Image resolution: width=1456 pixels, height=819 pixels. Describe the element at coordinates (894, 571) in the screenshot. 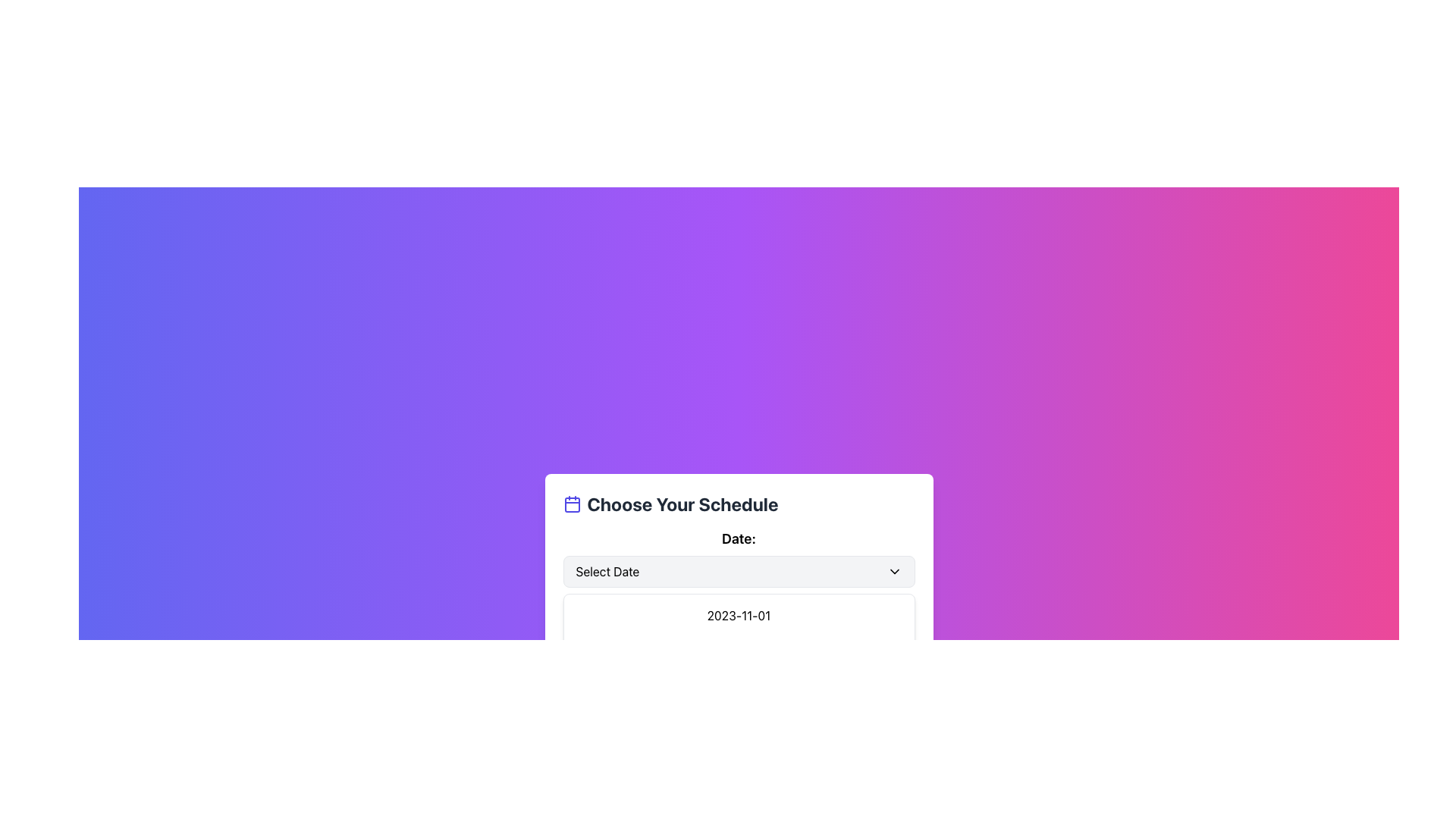

I see `the small downward-pointing chevron icon next to the text 'Select Date'` at that location.